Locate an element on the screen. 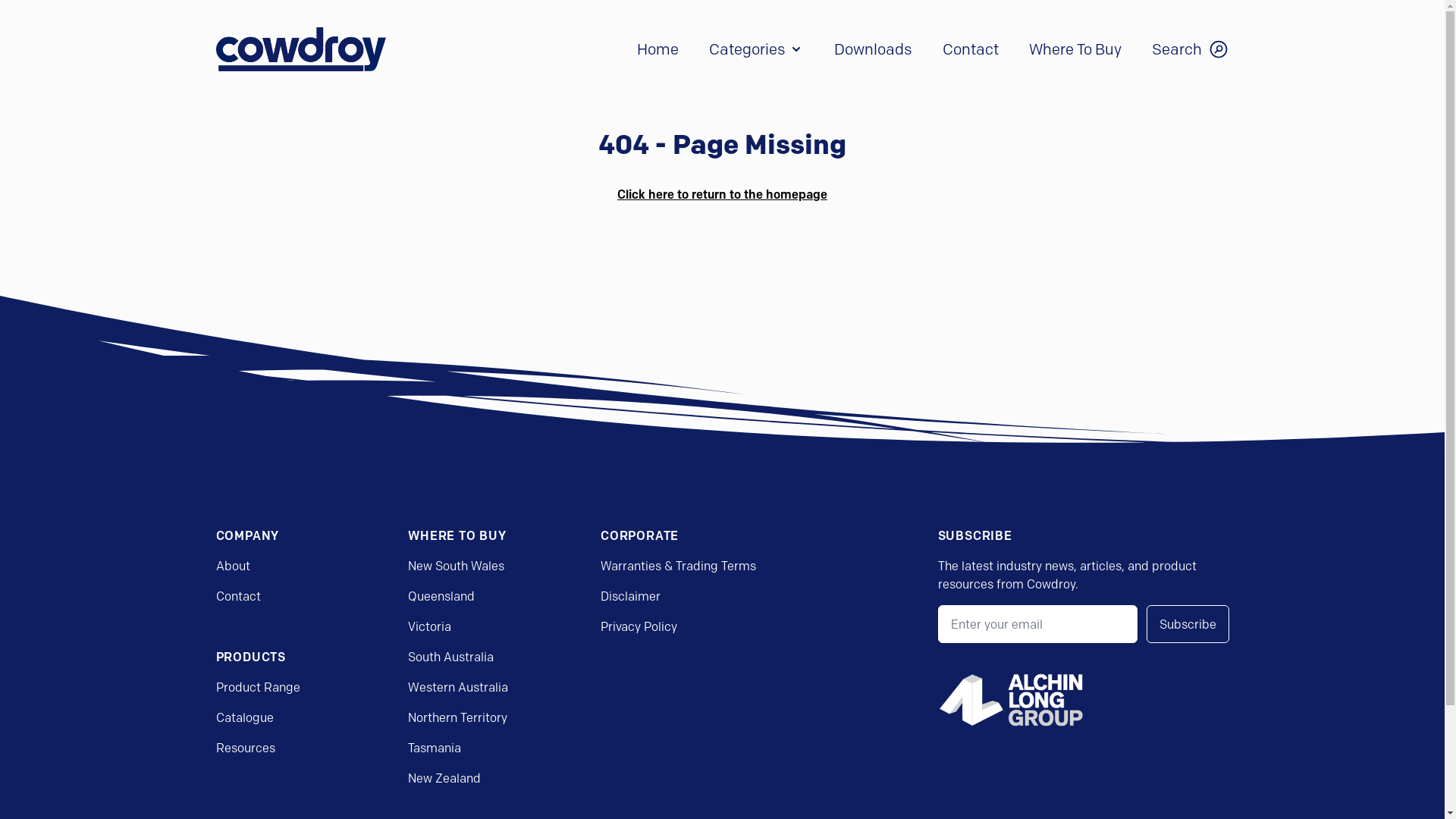  'New Zealand' is located at coordinates (407, 778).